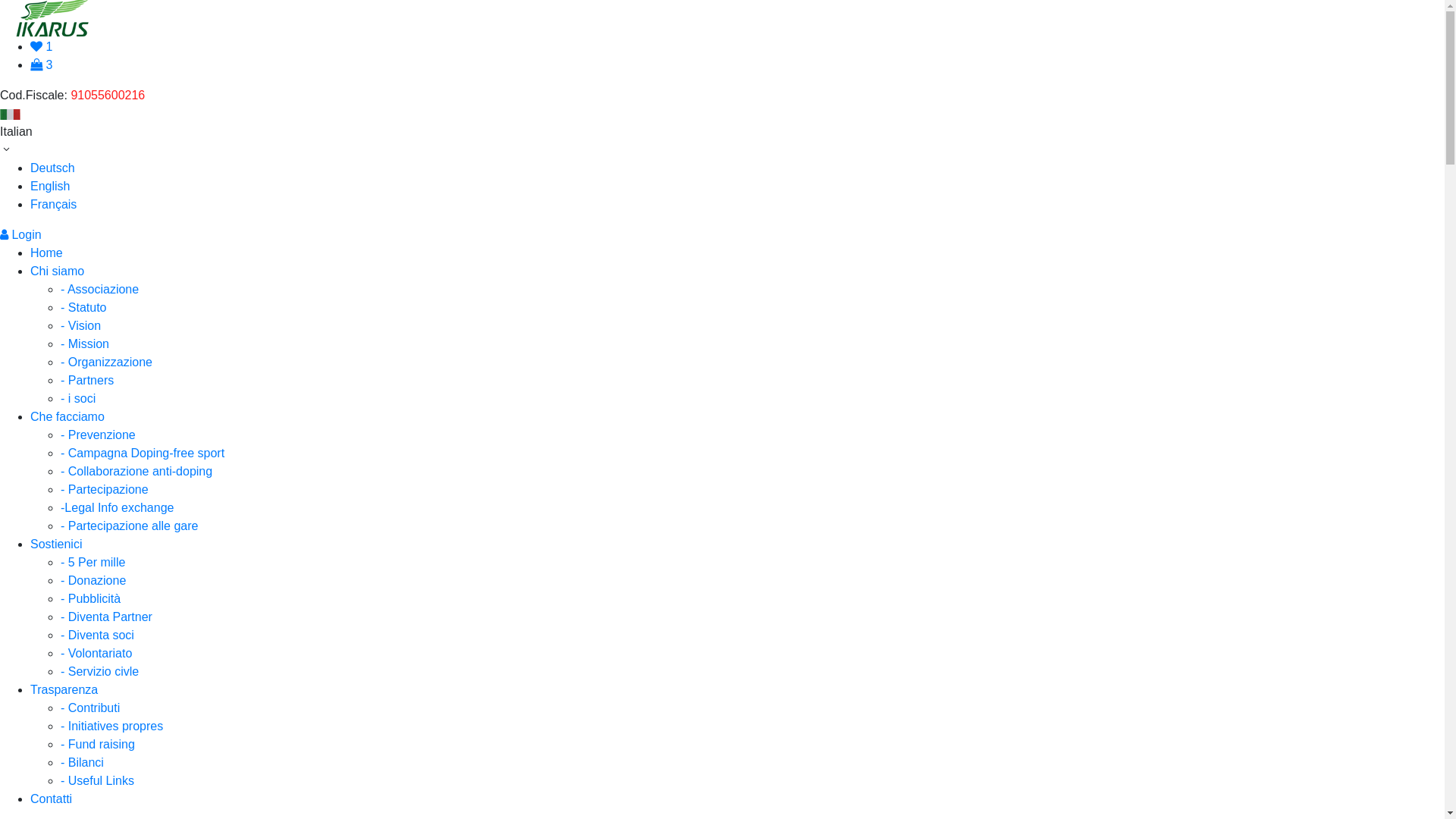 The height and width of the screenshot is (819, 1456). What do you see at coordinates (97, 435) in the screenshot?
I see `'- Prevenzione'` at bounding box center [97, 435].